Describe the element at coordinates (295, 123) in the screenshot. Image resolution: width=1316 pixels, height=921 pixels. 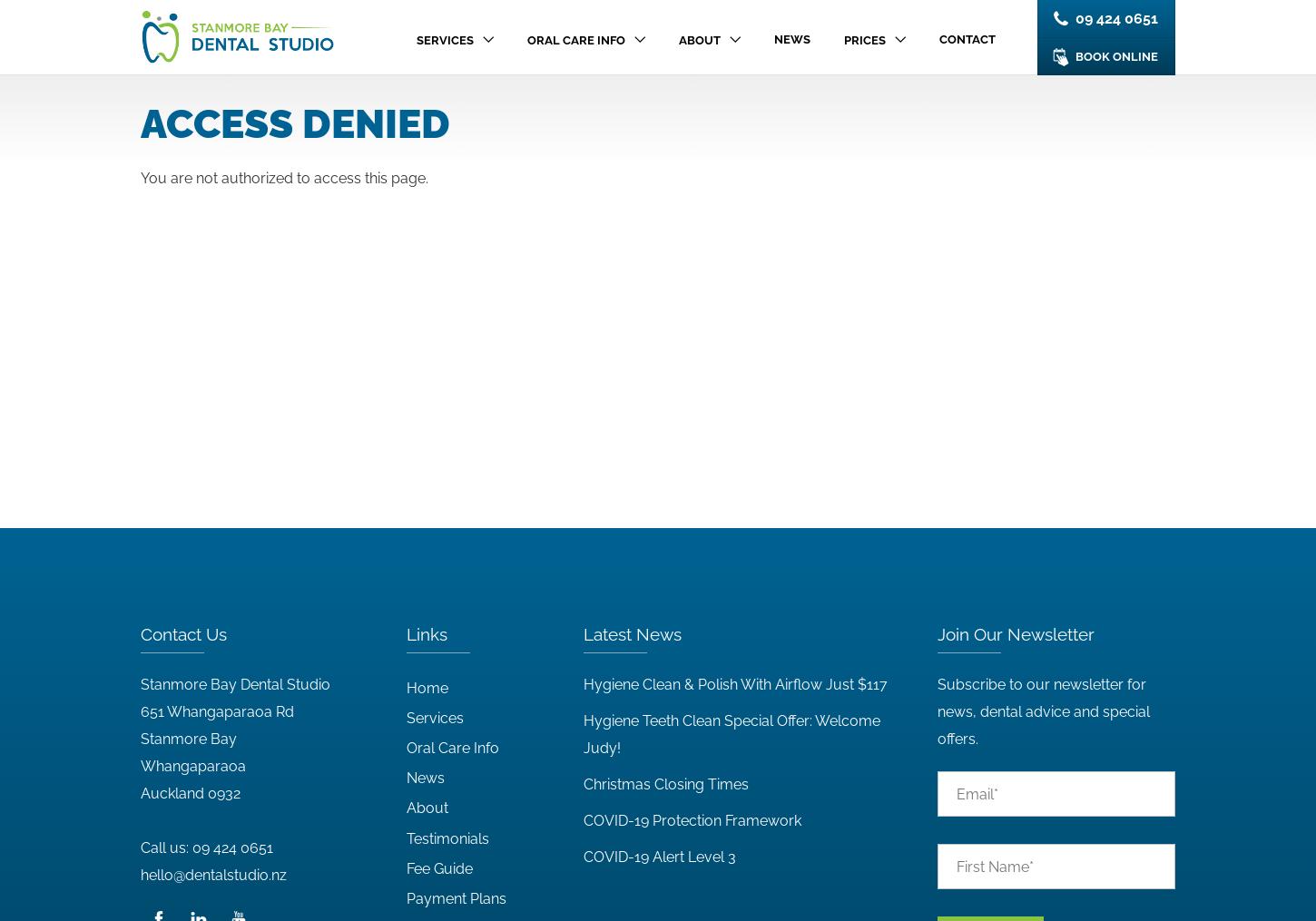
I see `'Access denied'` at that location.